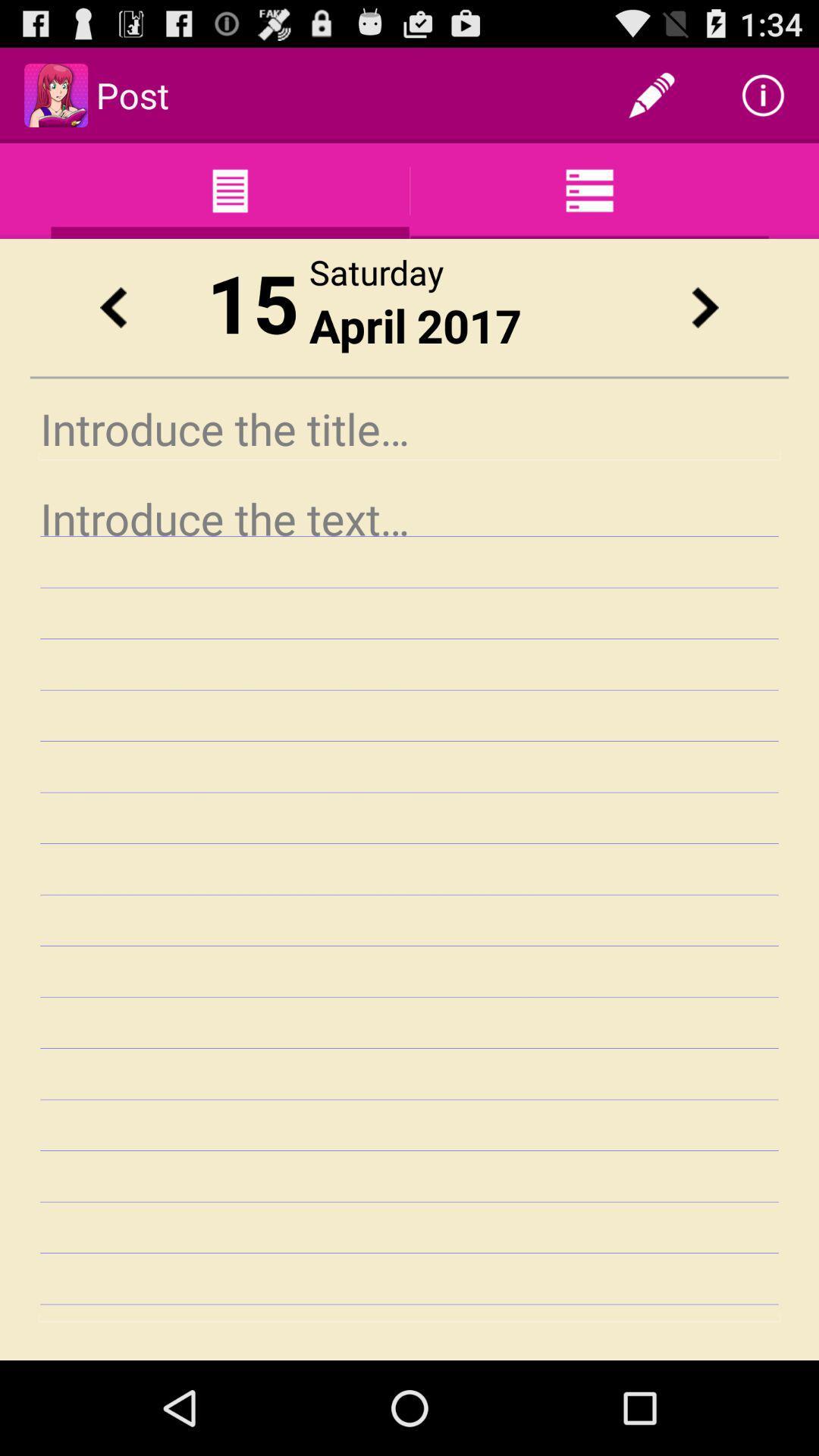 The height and width of the screenshot is (1456, 819). What do you see at coordinates (112, 306) in the screenshot?
I see `previous day` at bounding box center [112, 306].